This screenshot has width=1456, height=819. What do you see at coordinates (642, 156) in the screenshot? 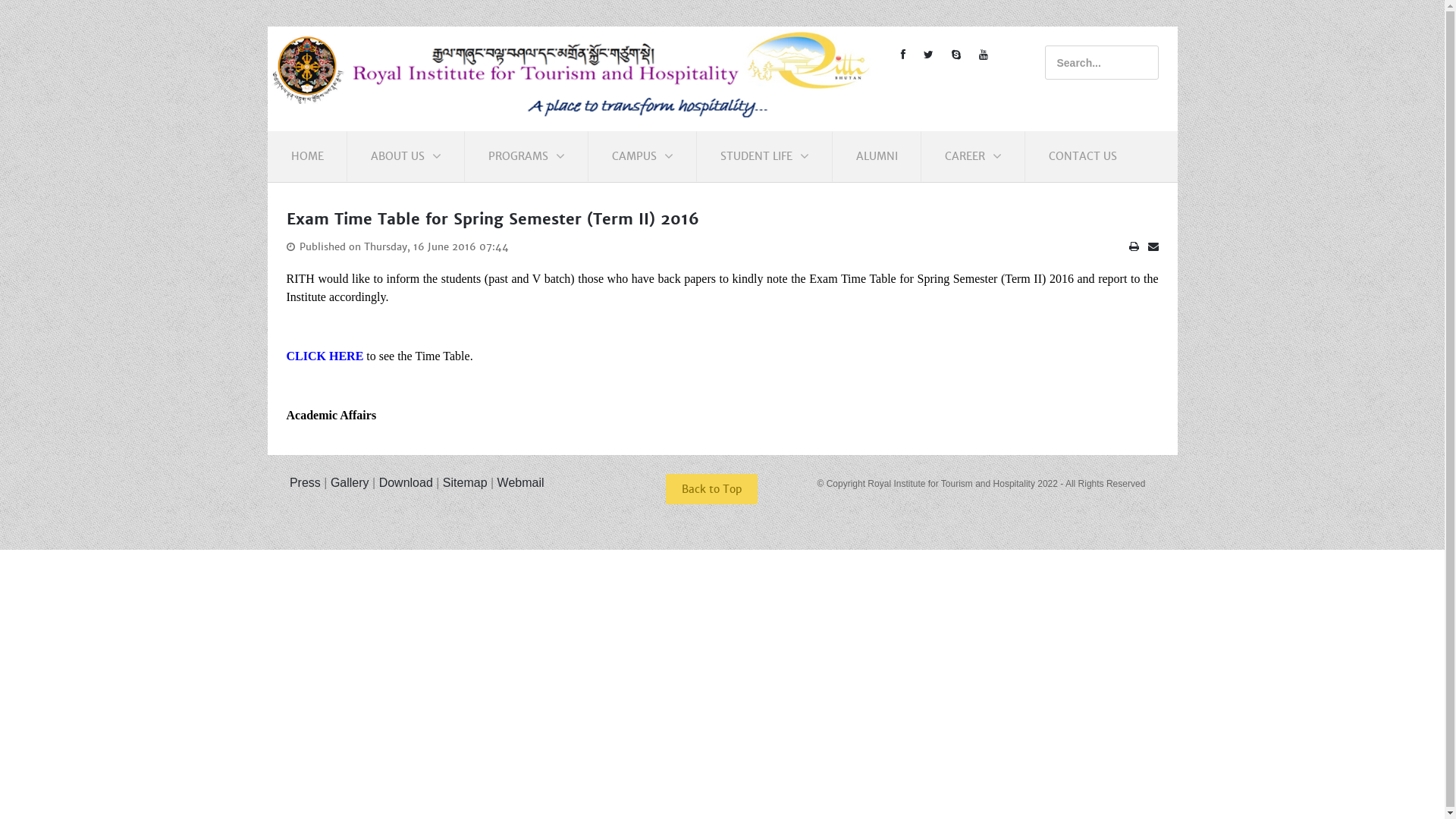
I see `'CAMPUS'` at bounding box center [642, 156].